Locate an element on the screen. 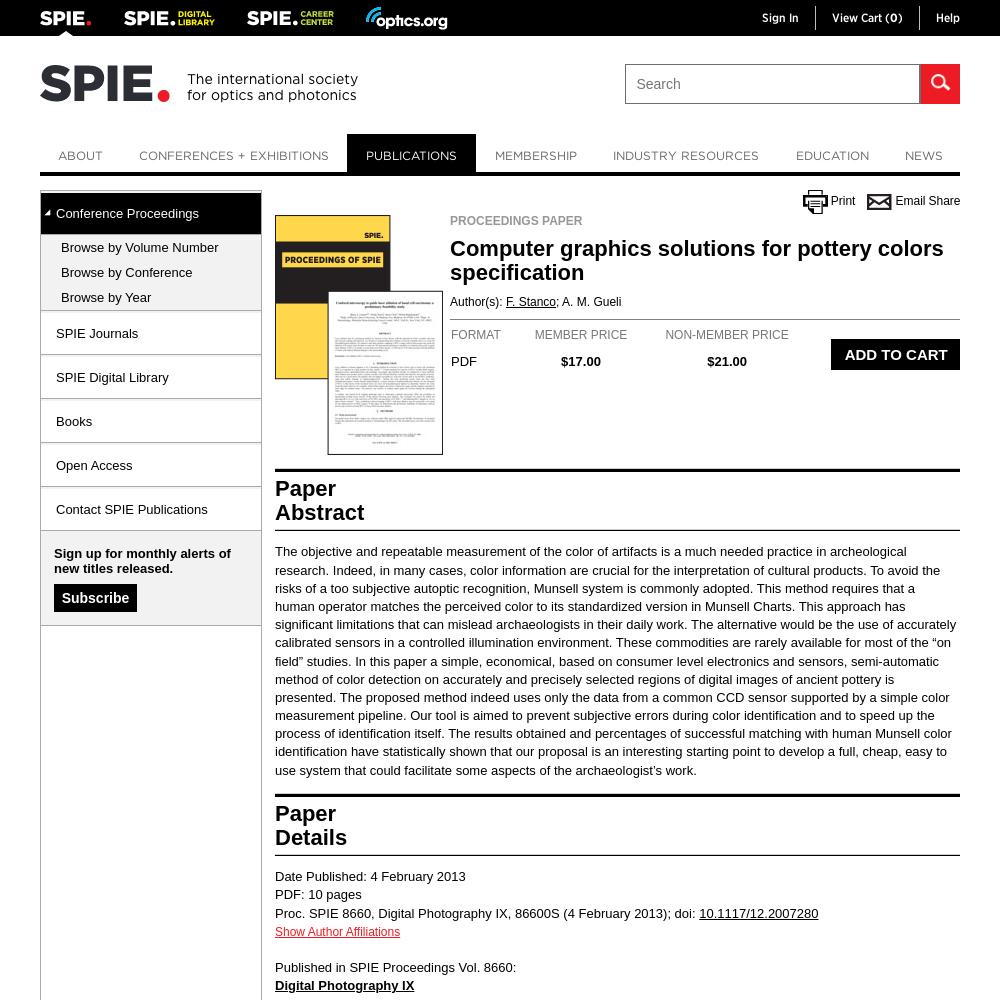 The height and width of the screenshot is (1000, 1000). 'Digital Photography IX' is located at coordinates (343, 984).